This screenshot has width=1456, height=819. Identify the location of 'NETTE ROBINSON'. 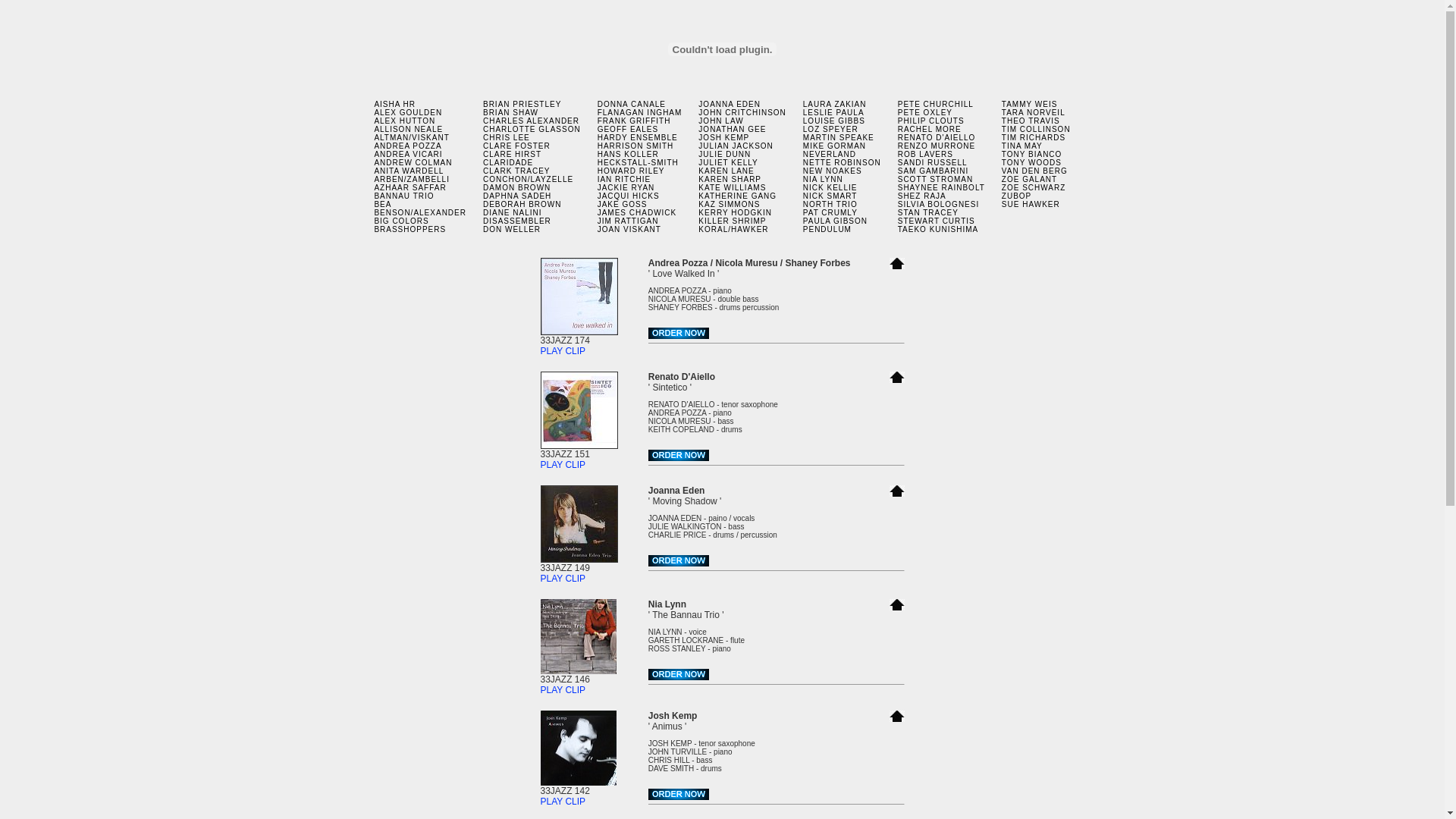
(841, 162).